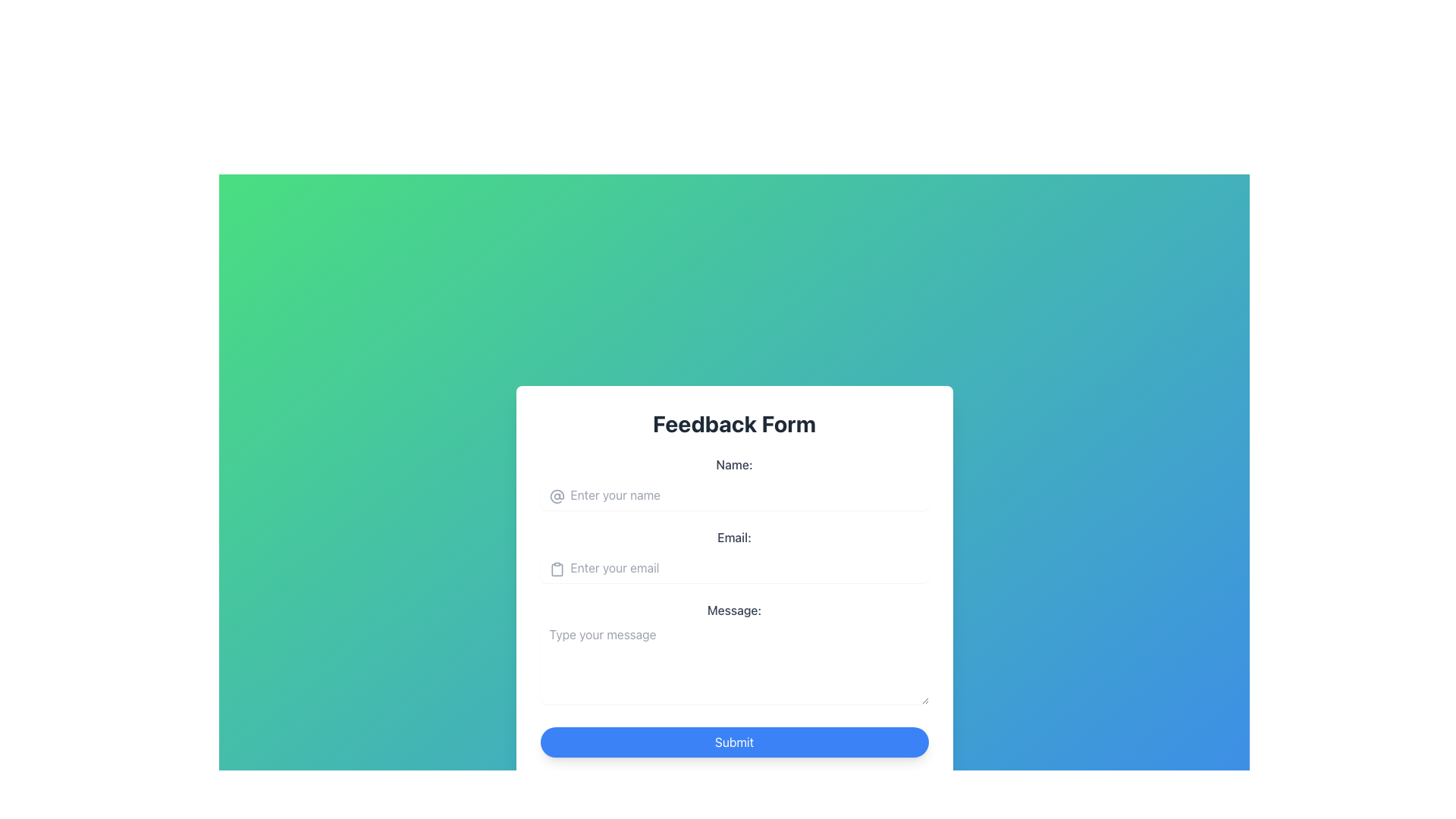 The width and height of the screenshot is (1456, 819). Describe the element at coordinates (734, 537) in the screenshot. I see `the text label that identifies the email input field, which is located at the top-middle of the form, directly above the email input and below the Name field` at that location.